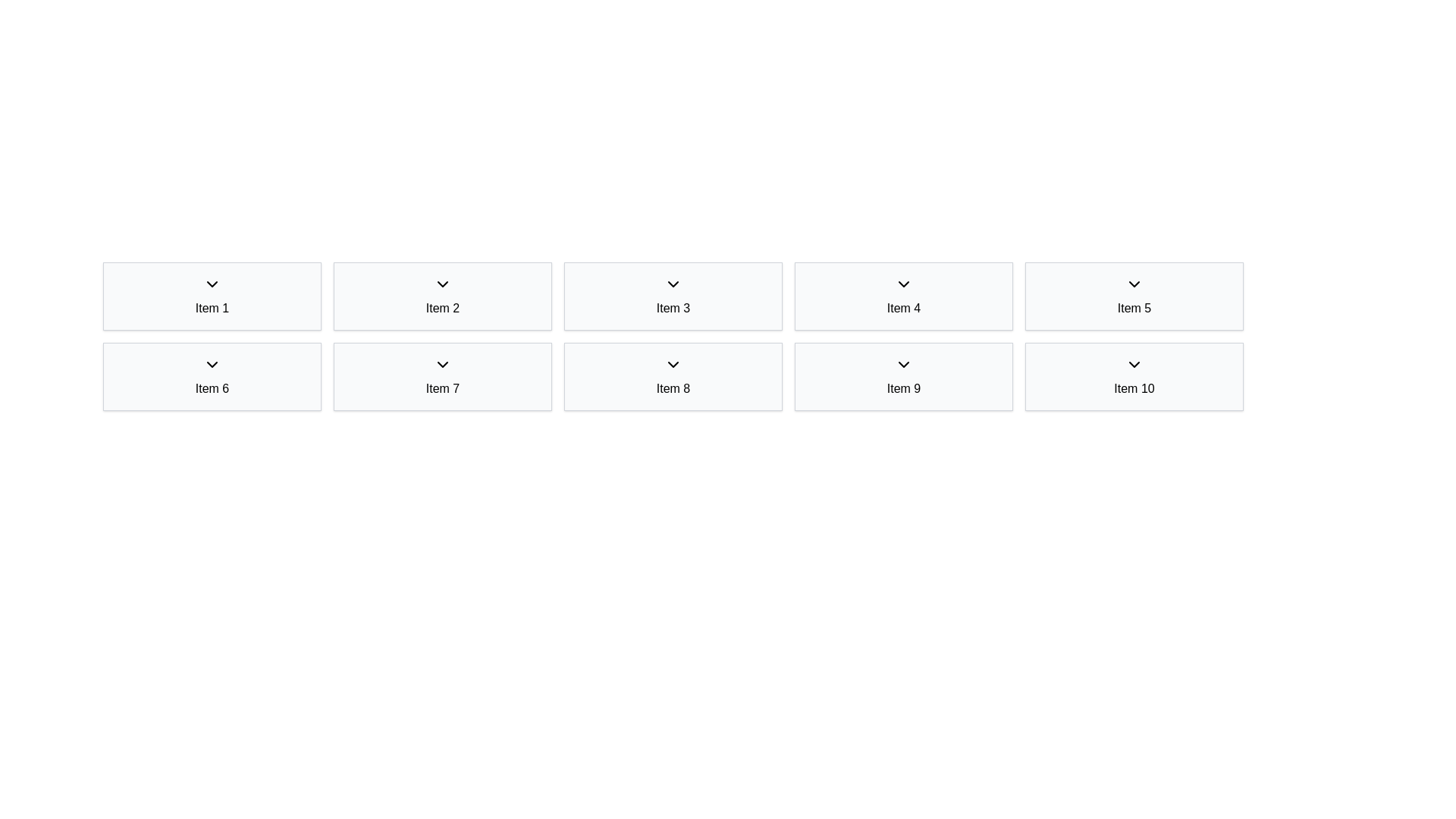  What do you see at coordinates (903, 365) in the screenshot?
I see `the downward-pointing chevron icon within the 'Item 9' button` at bounding box center [903, 365].